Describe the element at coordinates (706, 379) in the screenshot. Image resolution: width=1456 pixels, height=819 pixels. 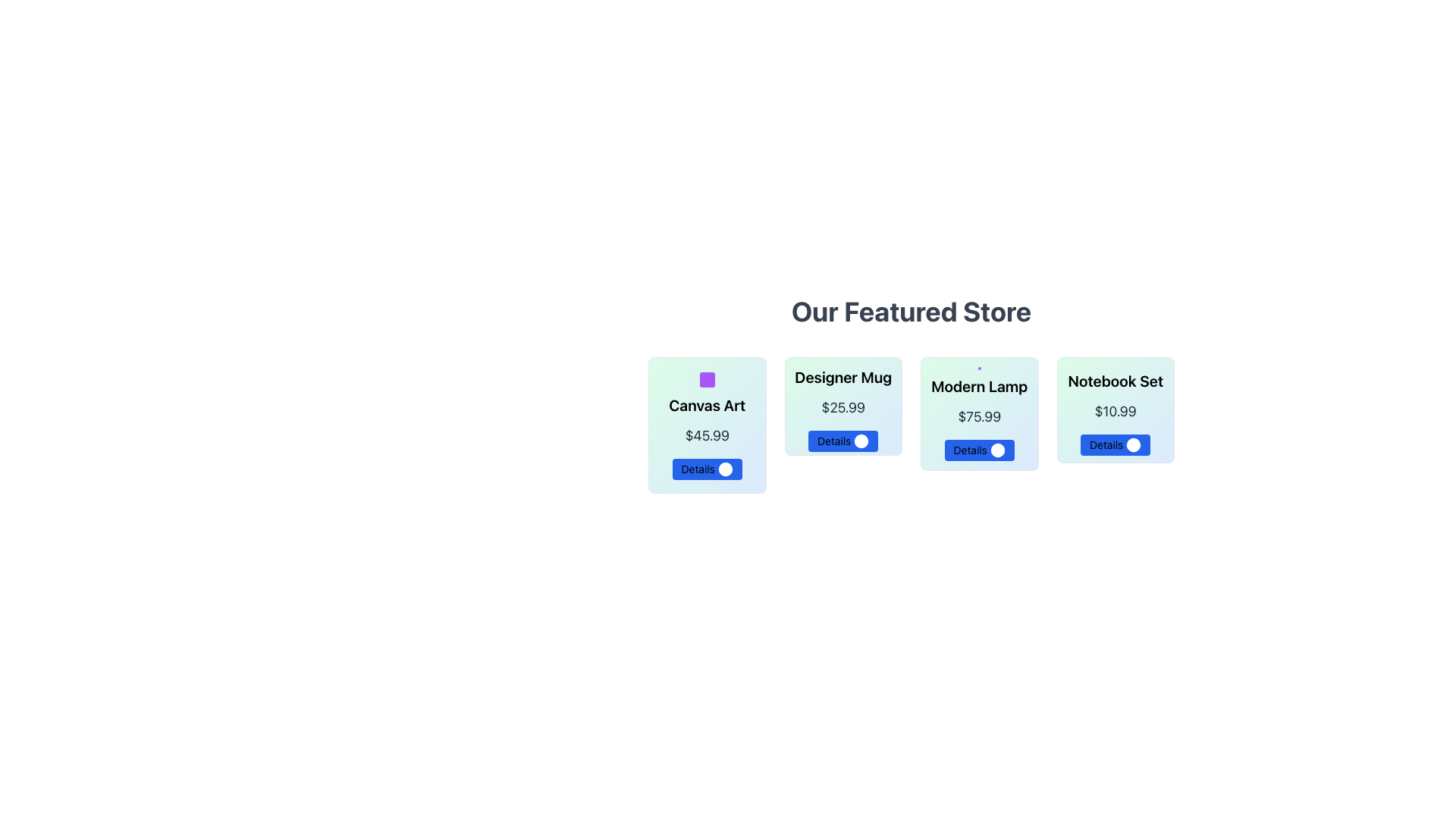
I see `the SVG graphical element located at the top-center of the 'Canvas Art' card in the 'Our Featured Store' section` at that location.